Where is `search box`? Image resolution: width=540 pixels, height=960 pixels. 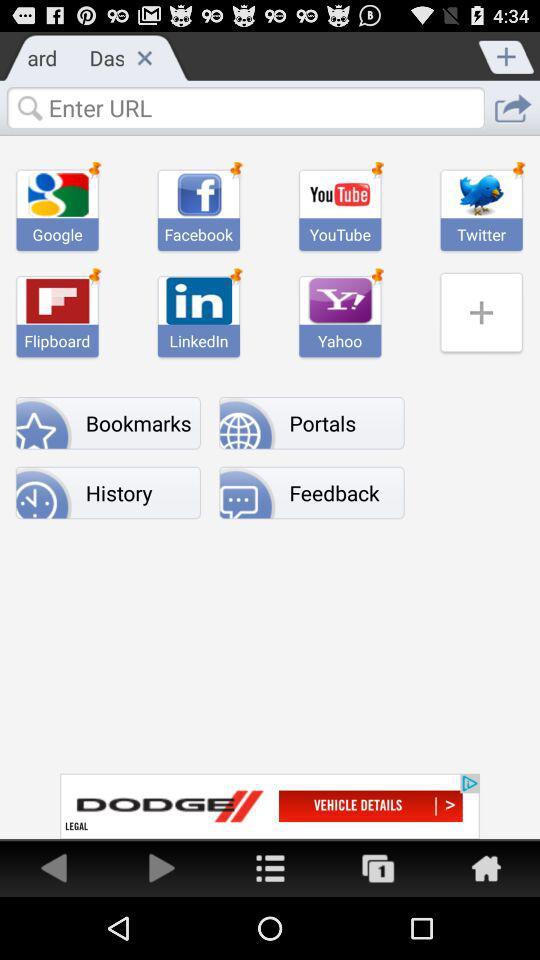
search box is located at coordinates (245, 107).